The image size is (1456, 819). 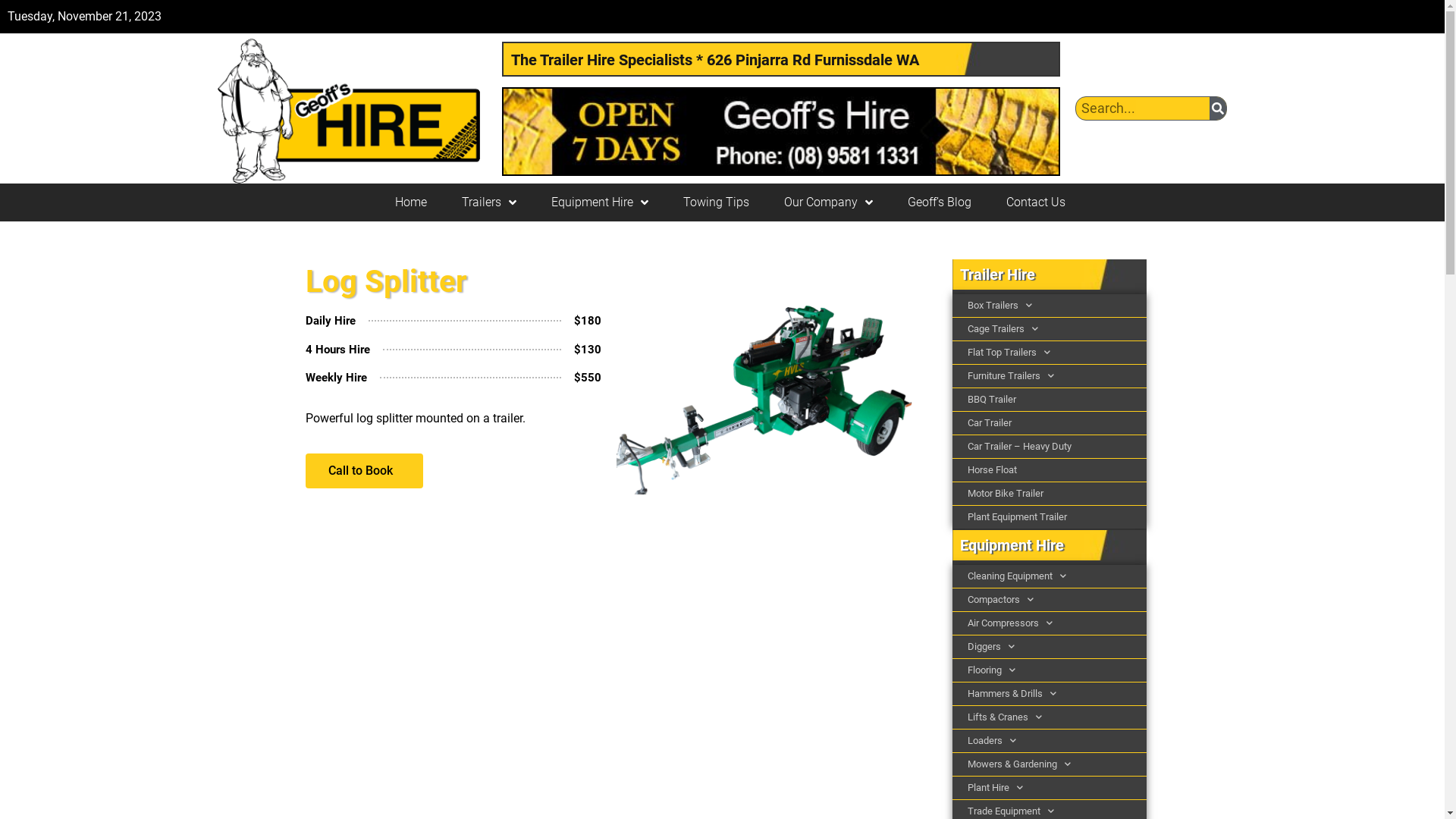 What do you see at coordinates (952, 764) in the screenshot?
I see `'Mowers & Gardening'` at bounding box center [952, 764].